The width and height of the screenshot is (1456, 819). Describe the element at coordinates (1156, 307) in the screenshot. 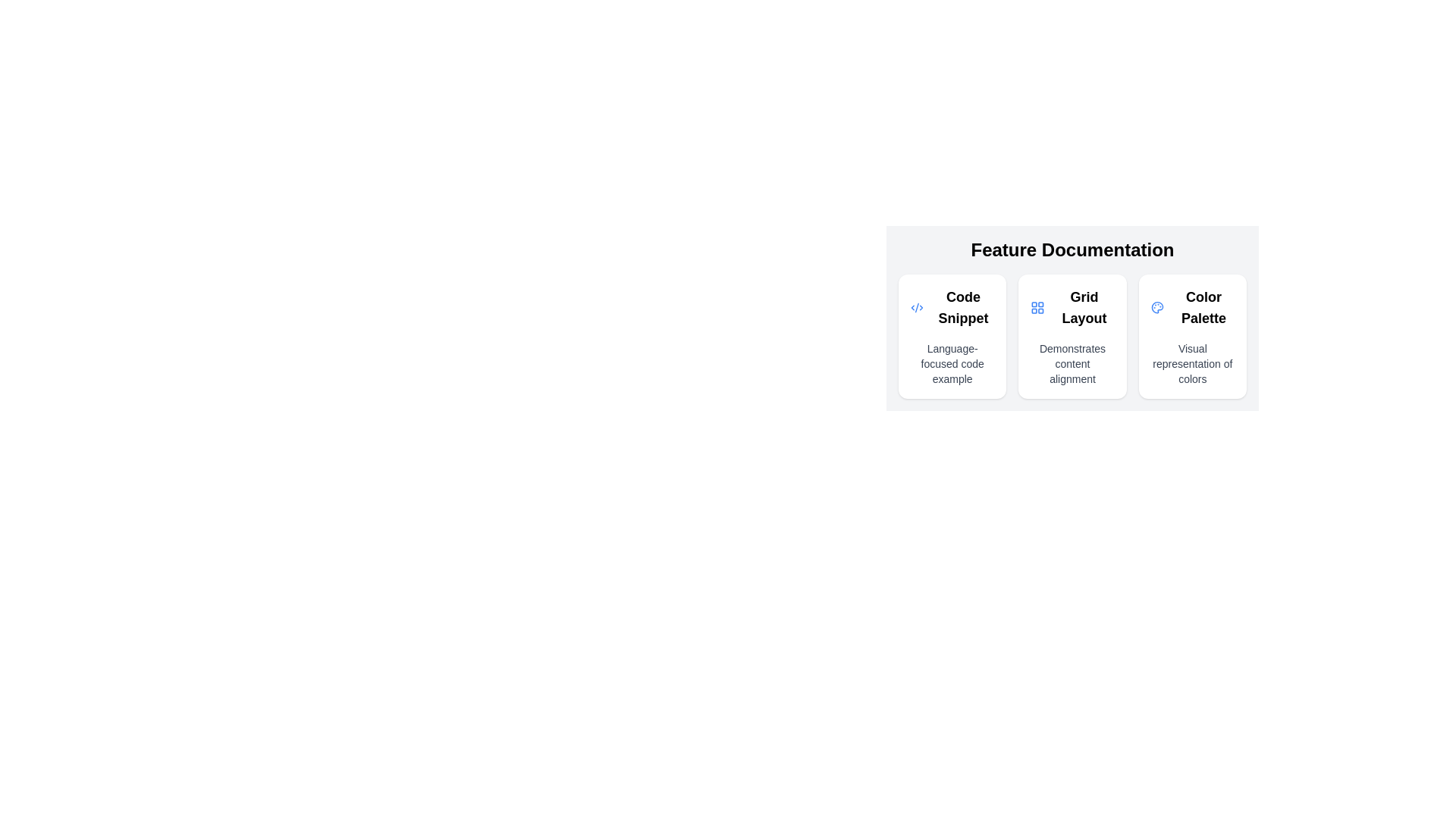

I see `the color palette icon, which is an oval-shaped SVG with circular indentations representing paint wells, located in the 'Color Palette' section of the 'Feature Documentation'` at that location.